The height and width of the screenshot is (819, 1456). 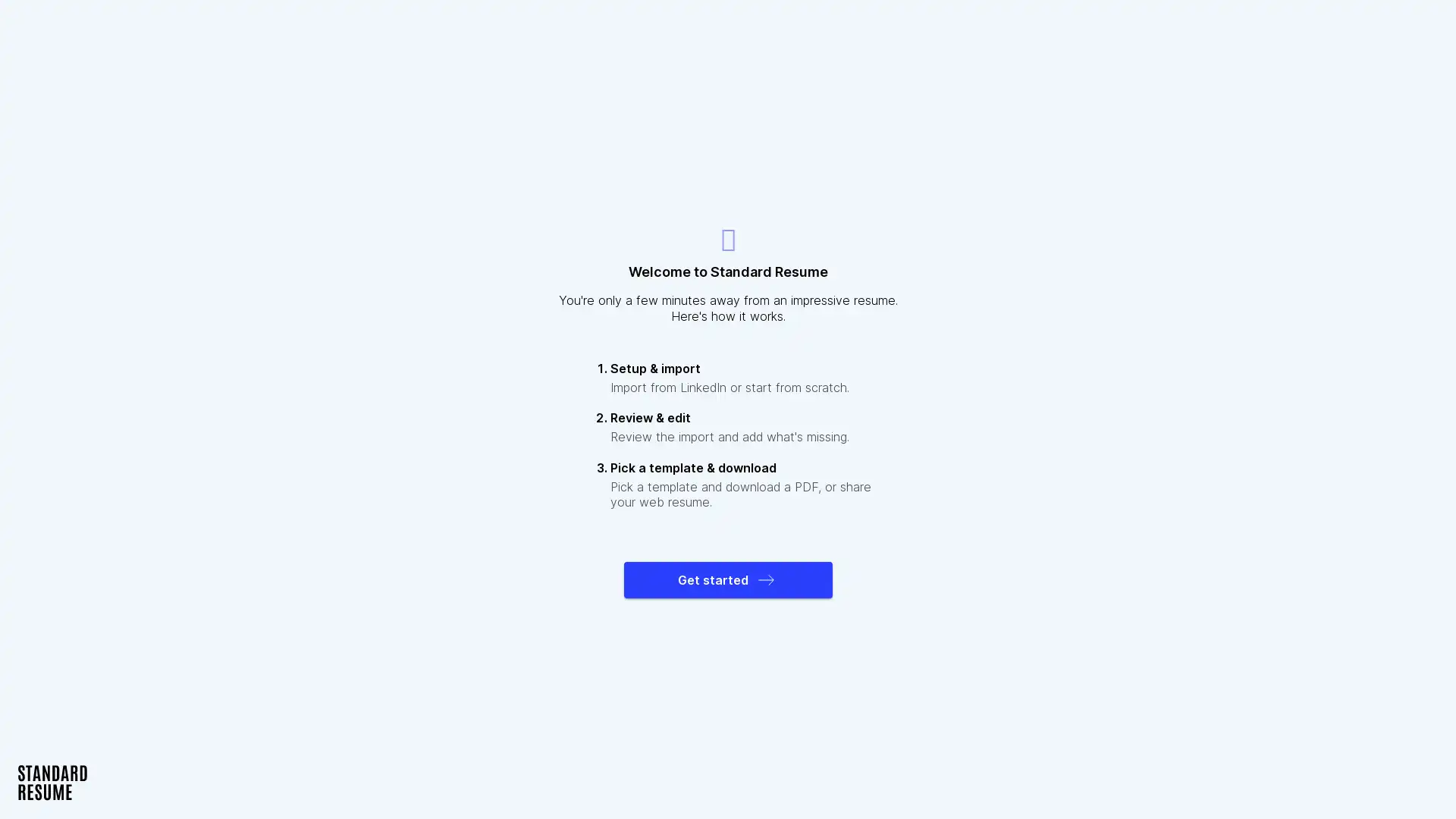 What do you see at coordinates (726, 579) in the screenshot?
I see `Get started` at bounding box center [726, 579].